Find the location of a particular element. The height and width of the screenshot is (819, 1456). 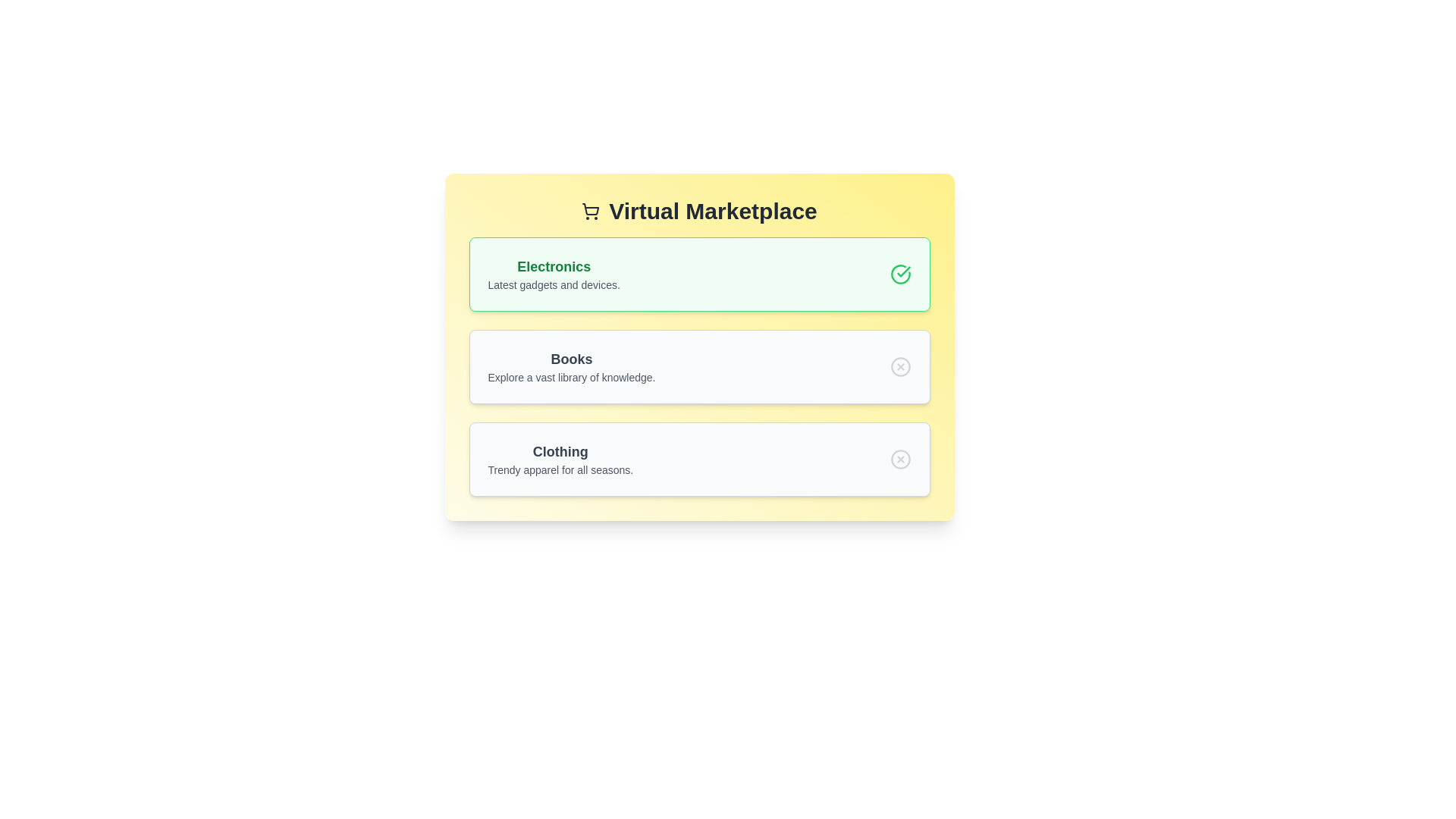

the title text of the component to select it is located at coordinates (698, 211).